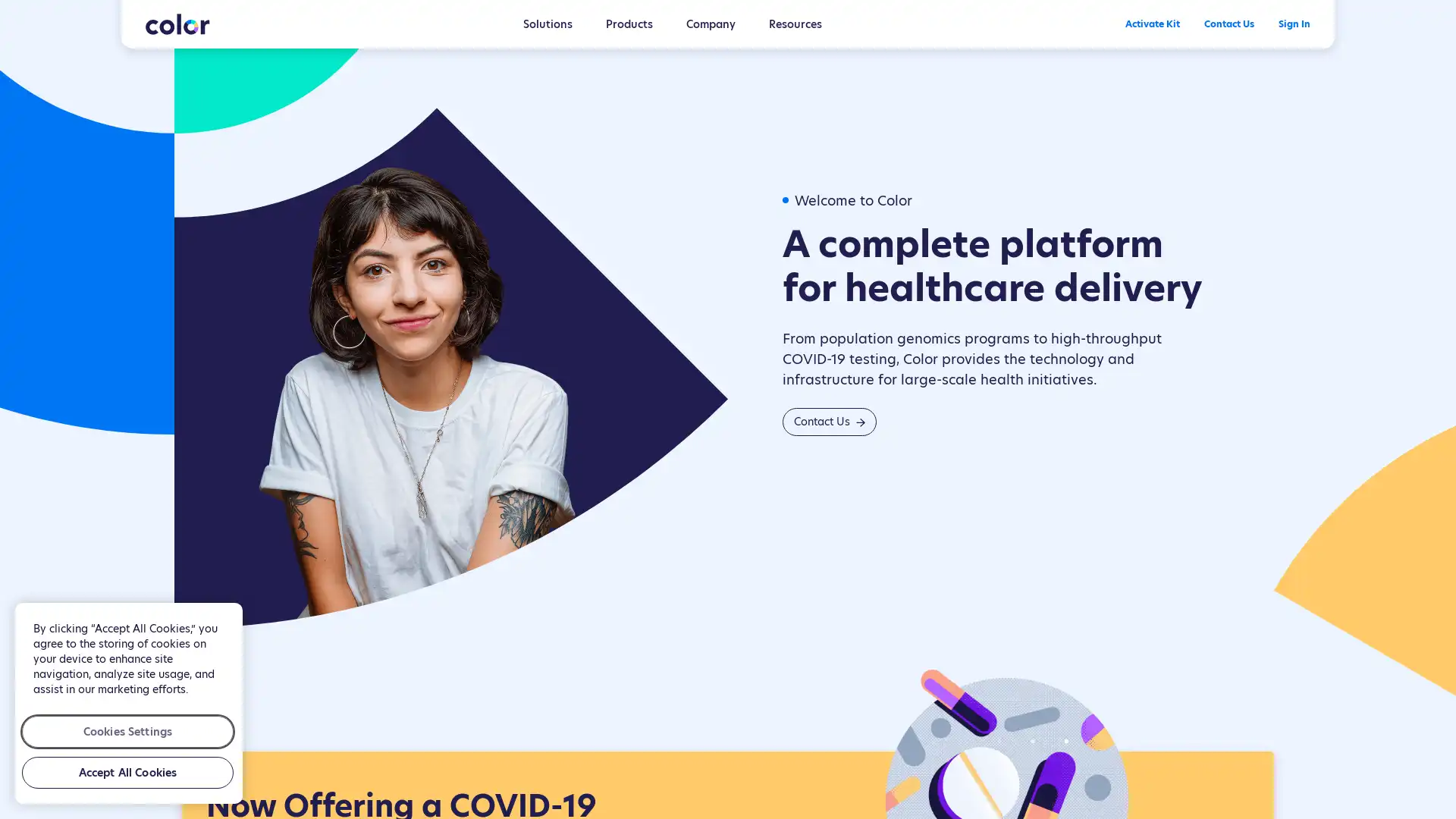  Describe the element at coordinates (127, 772) in the screenshot. I see `Accept All Cookies` at that location.